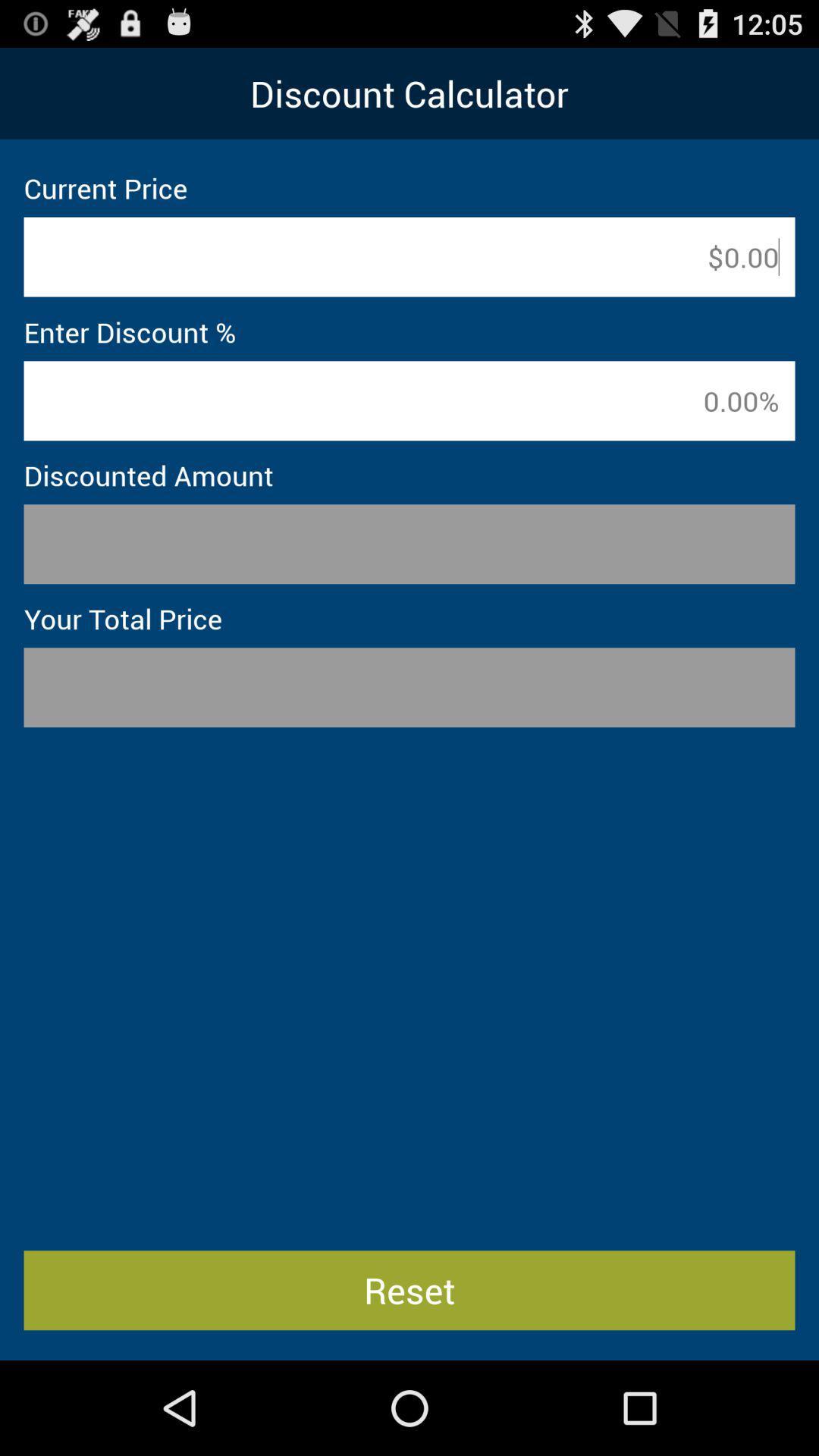 The image size is (819, 1456). Describe the element at coordinates (409, 1289) in the screenshot. I see `the reset` at that location.